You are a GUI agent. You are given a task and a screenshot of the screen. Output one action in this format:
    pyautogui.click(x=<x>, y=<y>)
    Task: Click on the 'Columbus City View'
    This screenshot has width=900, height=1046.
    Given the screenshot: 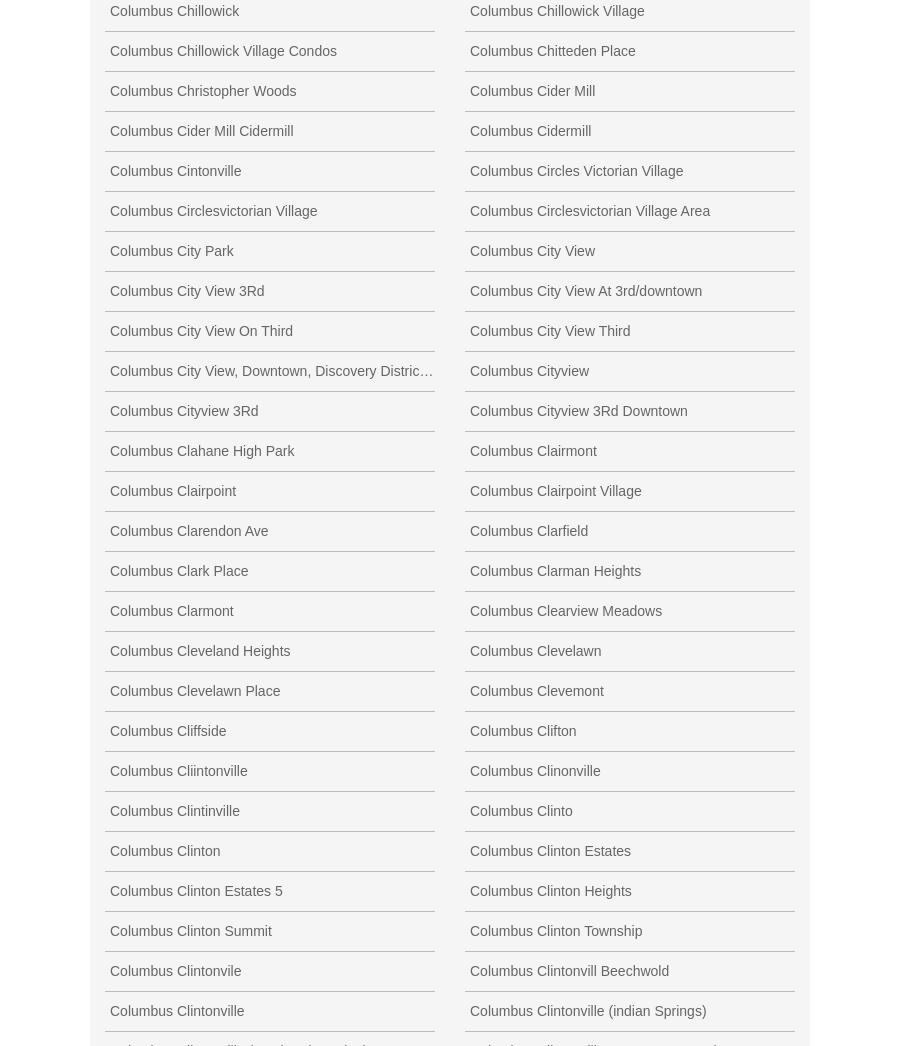 What is the action you would take?
    pyautogui.click(x=468, y=248)
    